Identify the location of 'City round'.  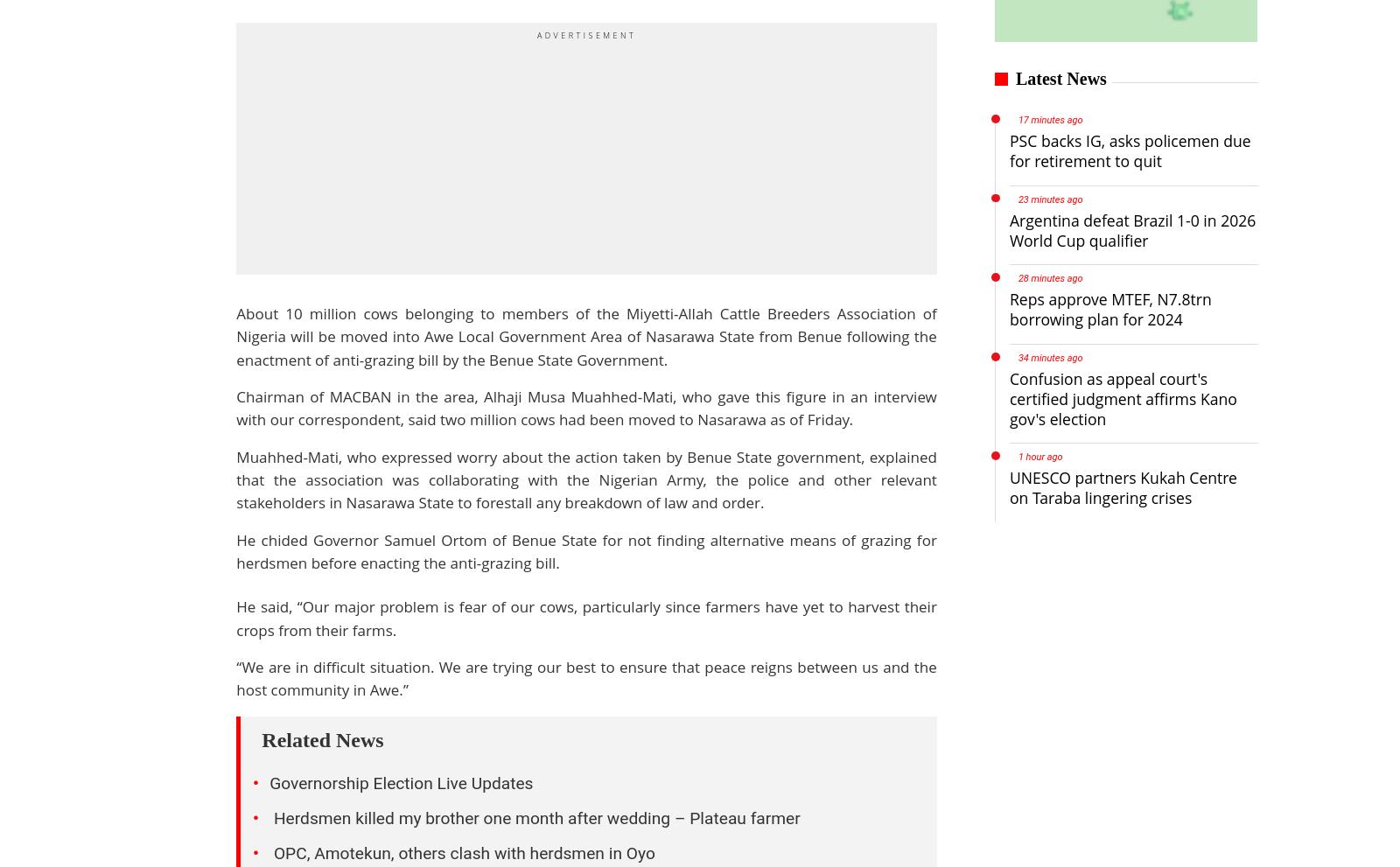
(531, 789).